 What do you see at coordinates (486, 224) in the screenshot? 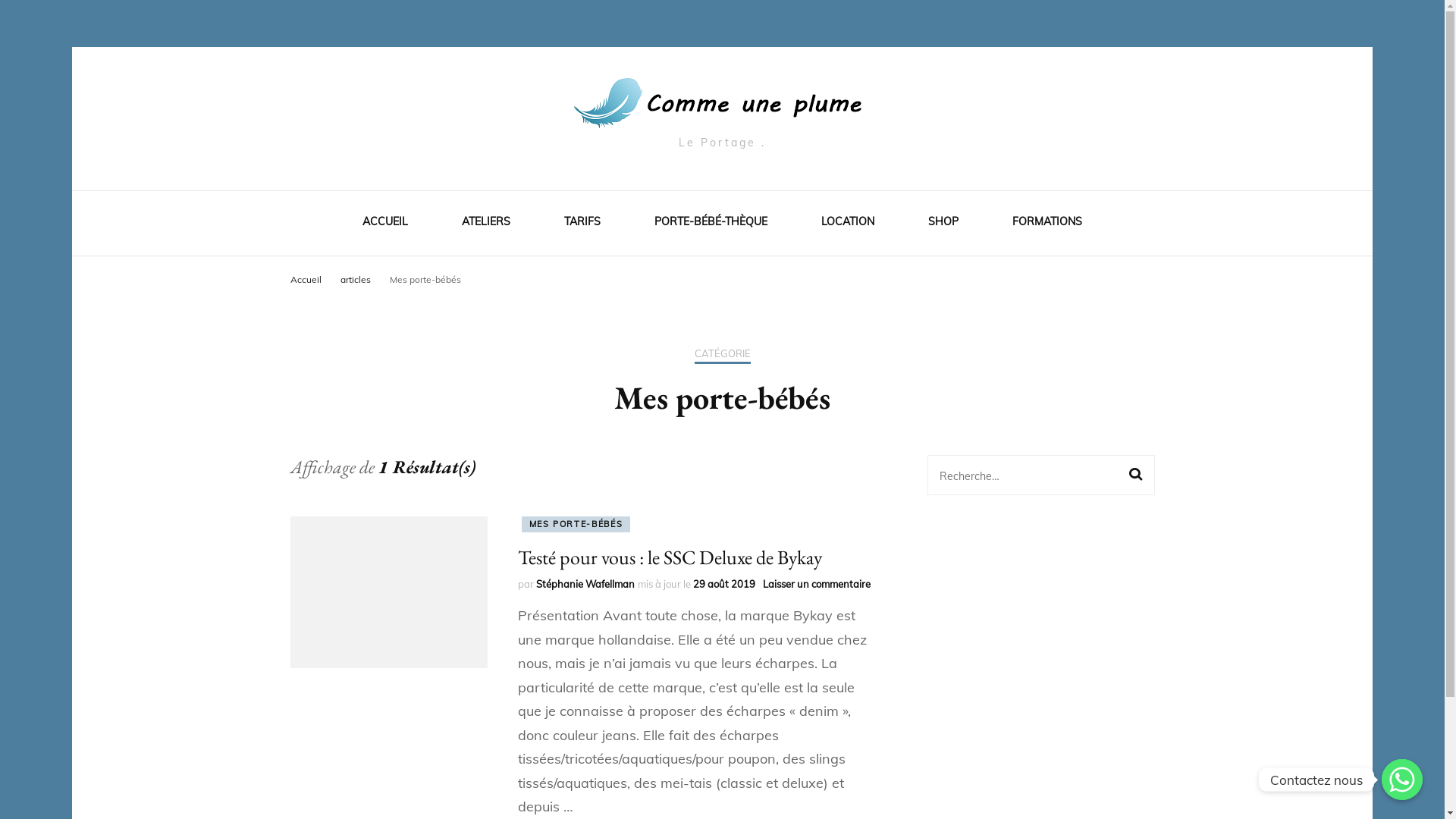
I see `'ATELIERS'` at bounding box center [486, 224].